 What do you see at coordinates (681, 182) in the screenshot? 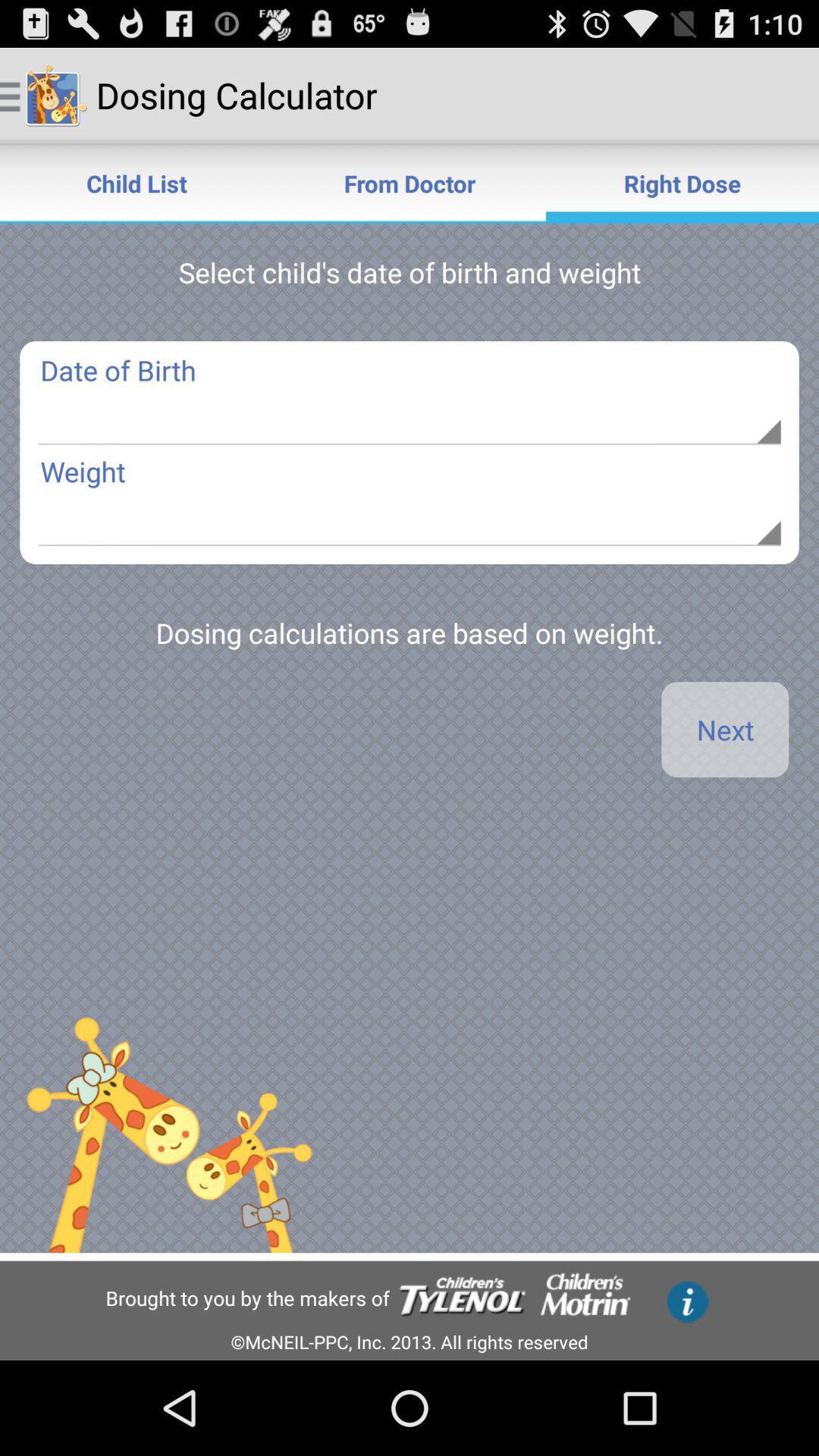
I see `the item to the right of from doctor icon` at bounding box center [681, 182].